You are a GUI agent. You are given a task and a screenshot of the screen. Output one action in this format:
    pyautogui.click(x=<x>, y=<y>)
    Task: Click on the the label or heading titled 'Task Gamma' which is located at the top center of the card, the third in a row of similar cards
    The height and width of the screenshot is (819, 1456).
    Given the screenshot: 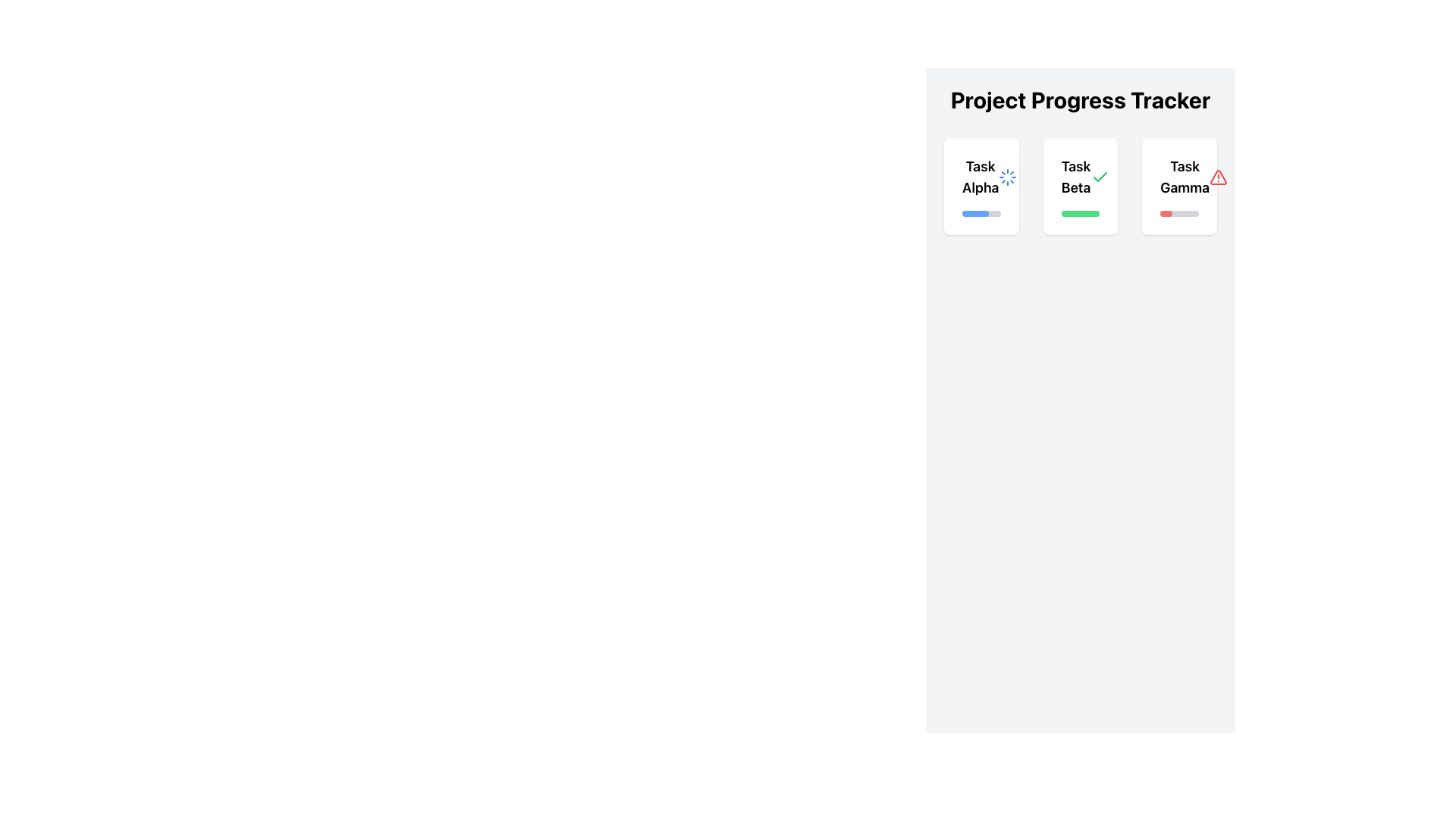 What is the action you would take?
    pyautogui.click(x=1178, y=177)
    